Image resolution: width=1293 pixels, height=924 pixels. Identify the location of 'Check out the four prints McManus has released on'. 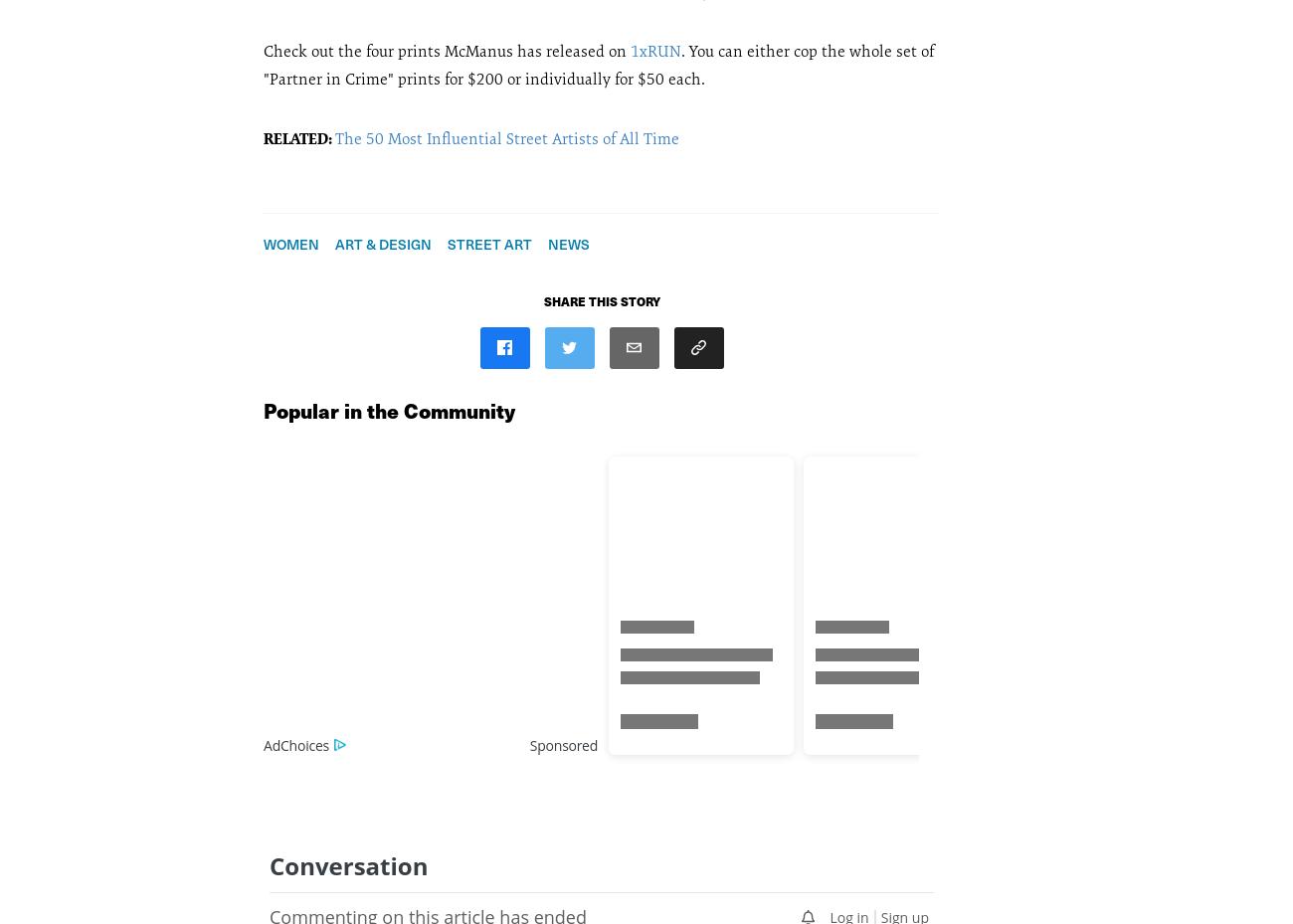
(446, 49).